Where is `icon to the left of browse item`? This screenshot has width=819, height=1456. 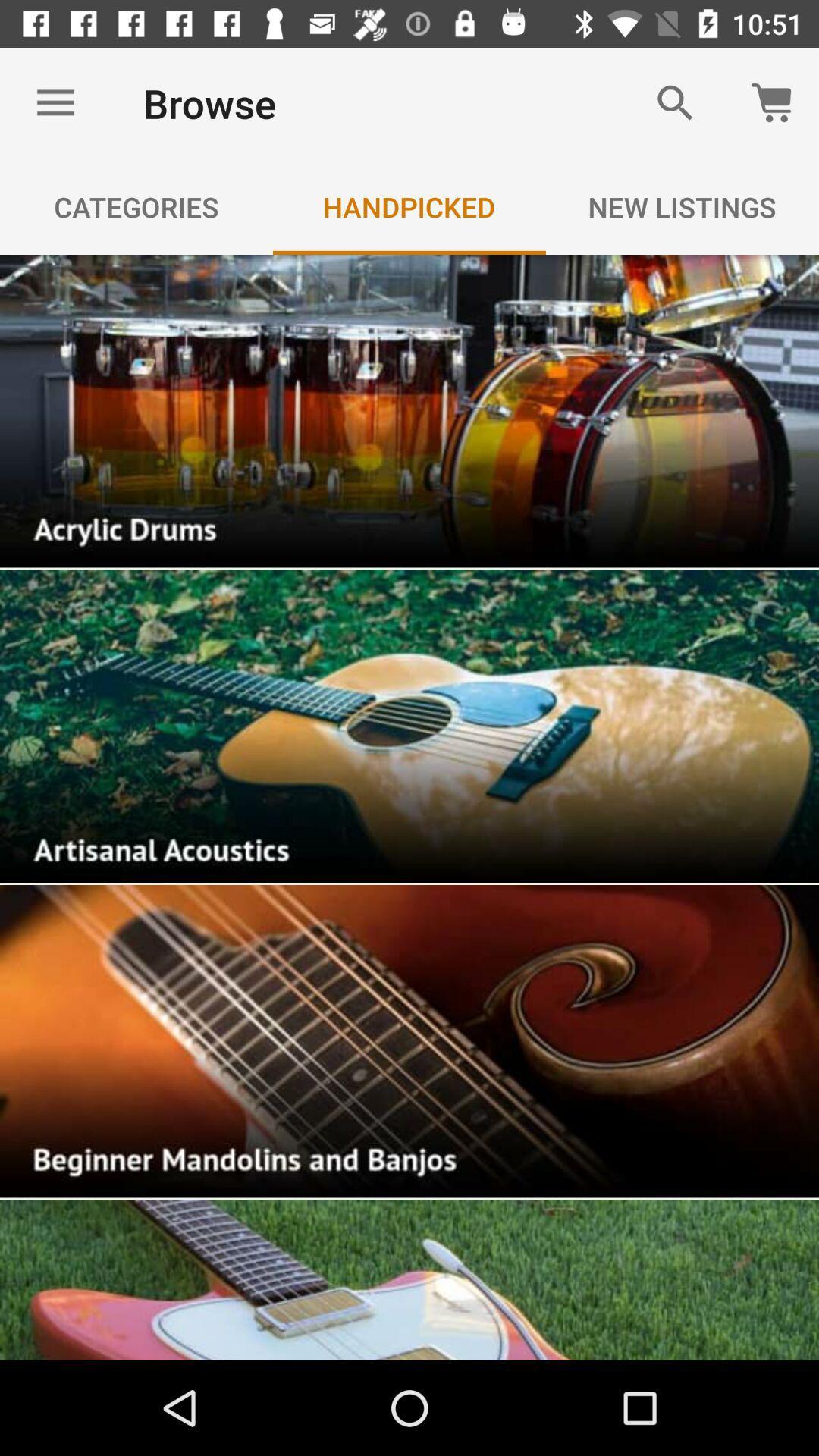
icon to the left of browse item is located at coordinates (55, 102).